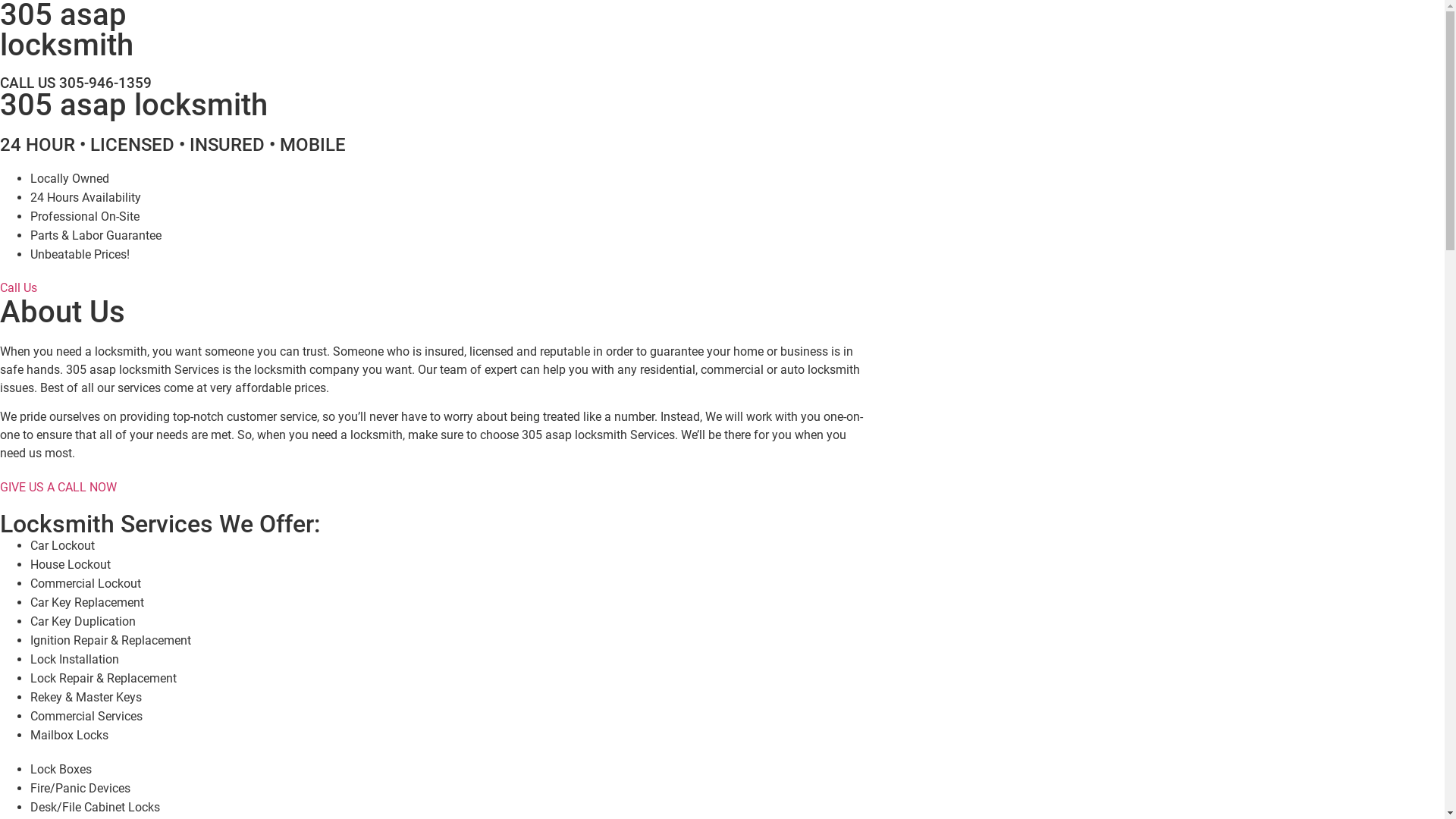  I want to click on 'Call Us', so click(0, 287).